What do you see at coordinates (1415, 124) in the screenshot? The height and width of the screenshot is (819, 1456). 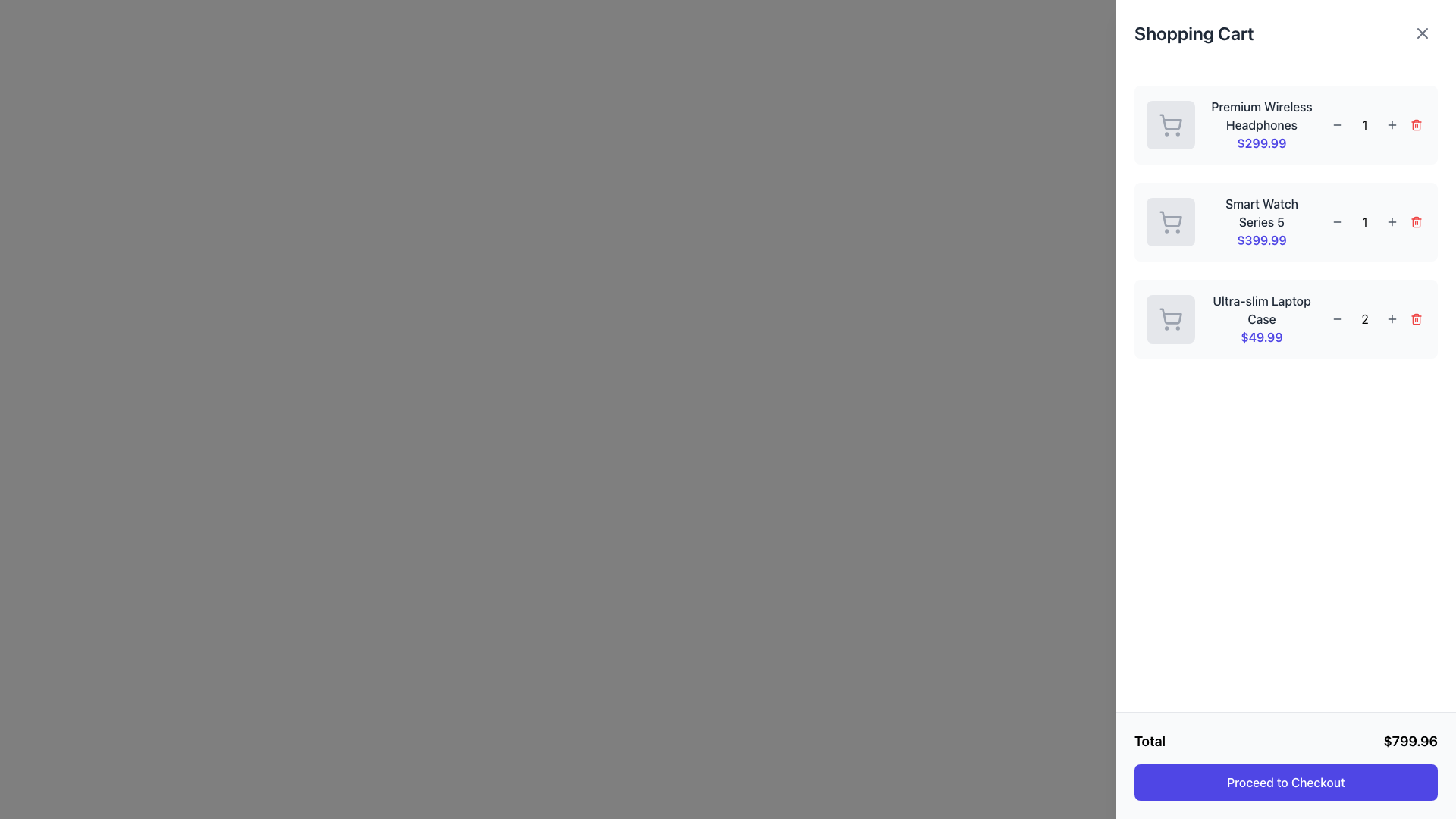 I see `the IconButton located at the rightmost position in the topmost row of the shopping cart for 'Premium Wireless Headphones'` at bounding box center [1415, 124].